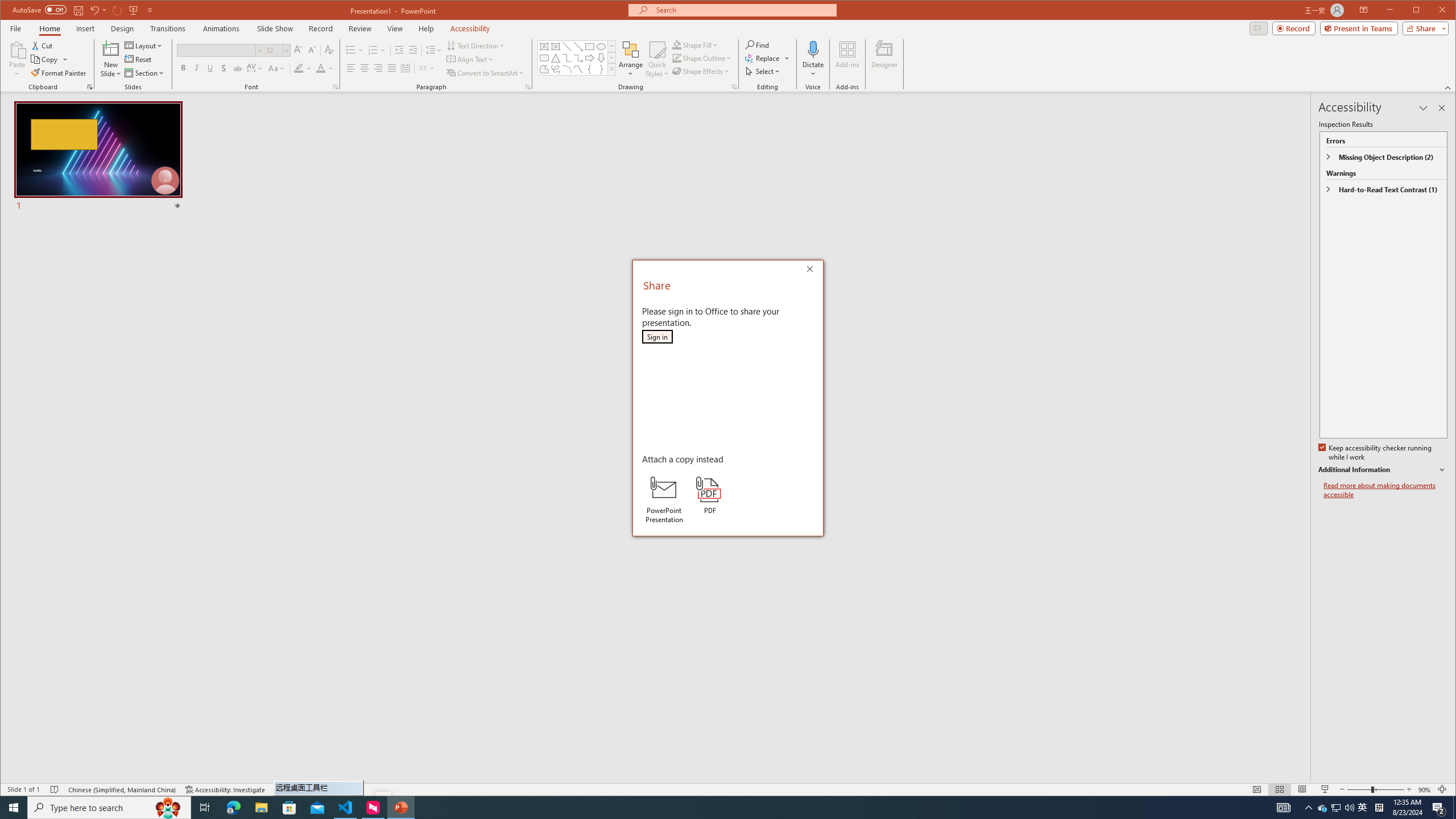 The image size is (1456, 819). What do you see at coordinates (427, 68) in the screenshot?
I see `'Columns'` at bounding box center [427, 68].